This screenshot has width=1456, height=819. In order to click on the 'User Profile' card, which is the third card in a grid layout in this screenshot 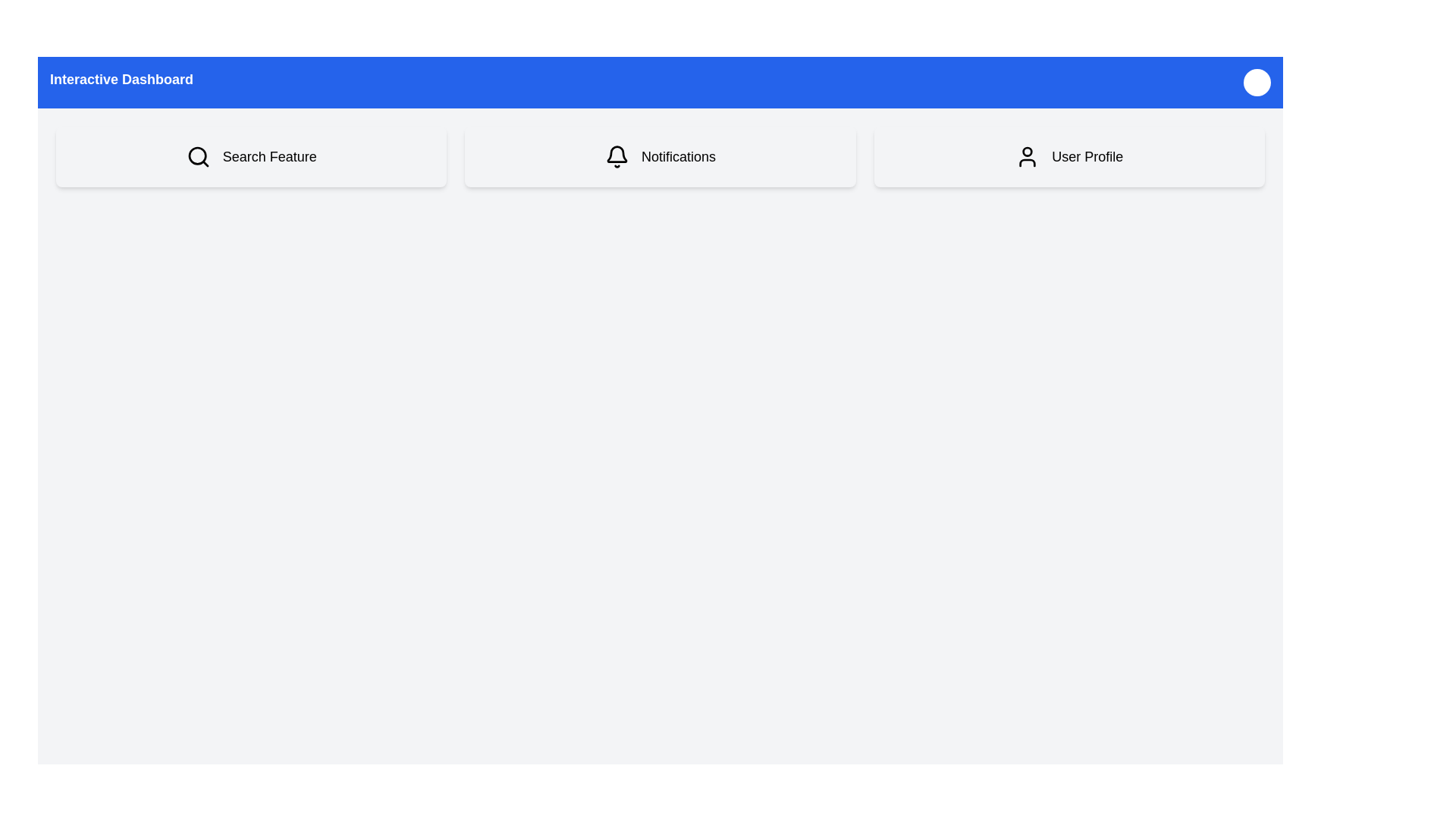, I will do `click(1068, 157)`.